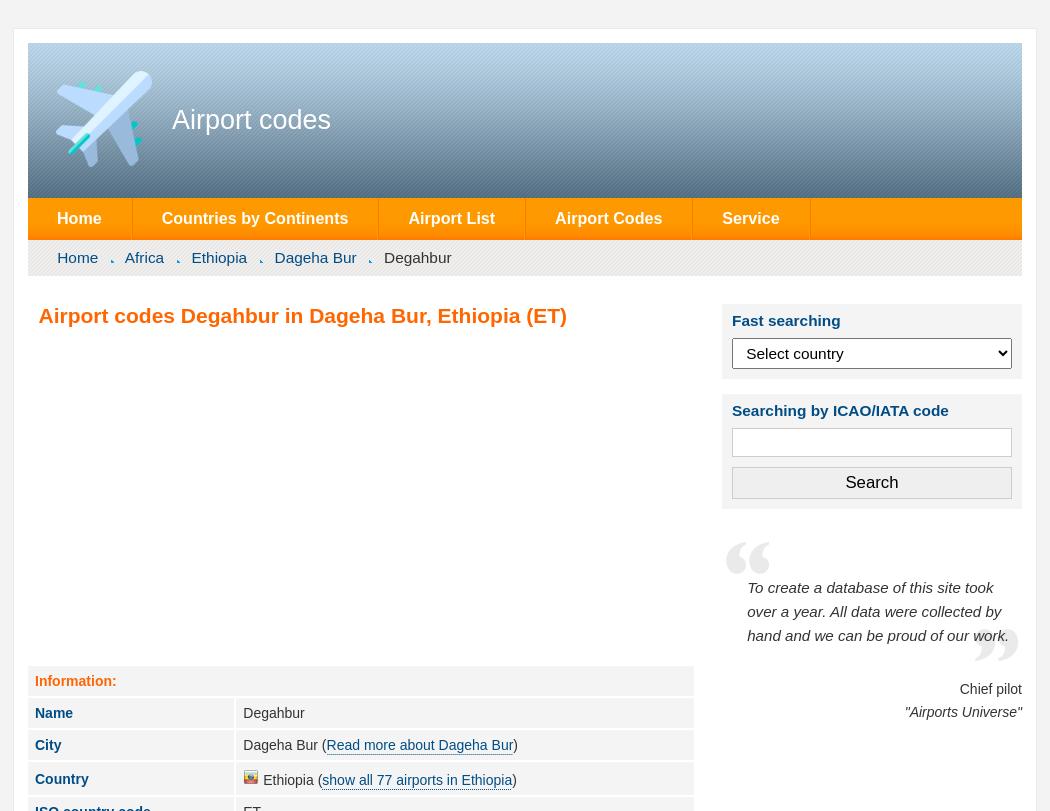 This screenshot has height=811, width=1050. What do you see at coordinates (990, 688) in the screenshot?
I see `'Chief pilot'` at bounding box center [990, 688].